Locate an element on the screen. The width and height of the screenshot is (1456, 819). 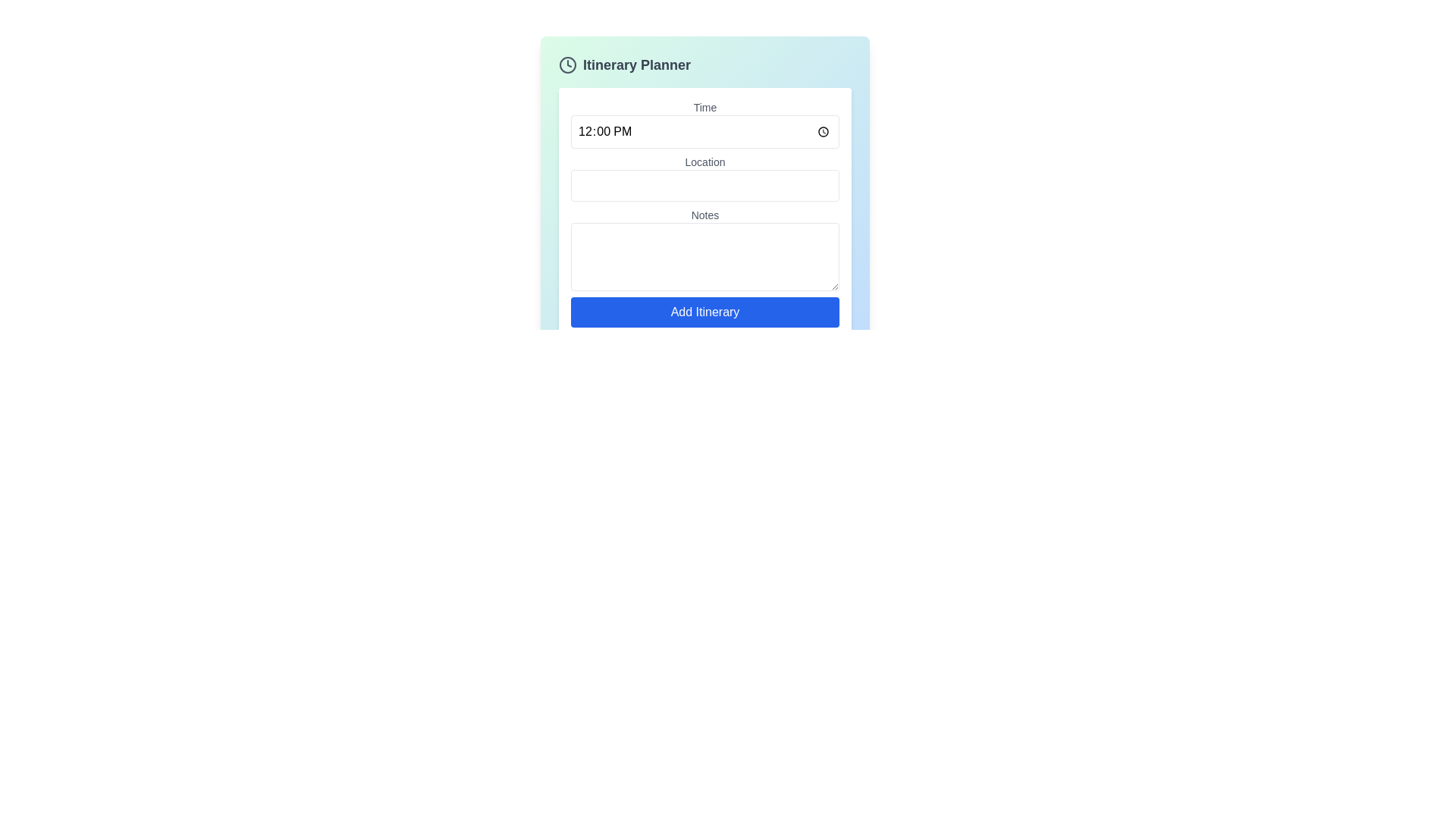
the 'Notes' label, which is a small gray text label positioned below the 'Location' label and above the notes input area, maintaining consistency with other labels in the interface is located at coordinates (704, 215).